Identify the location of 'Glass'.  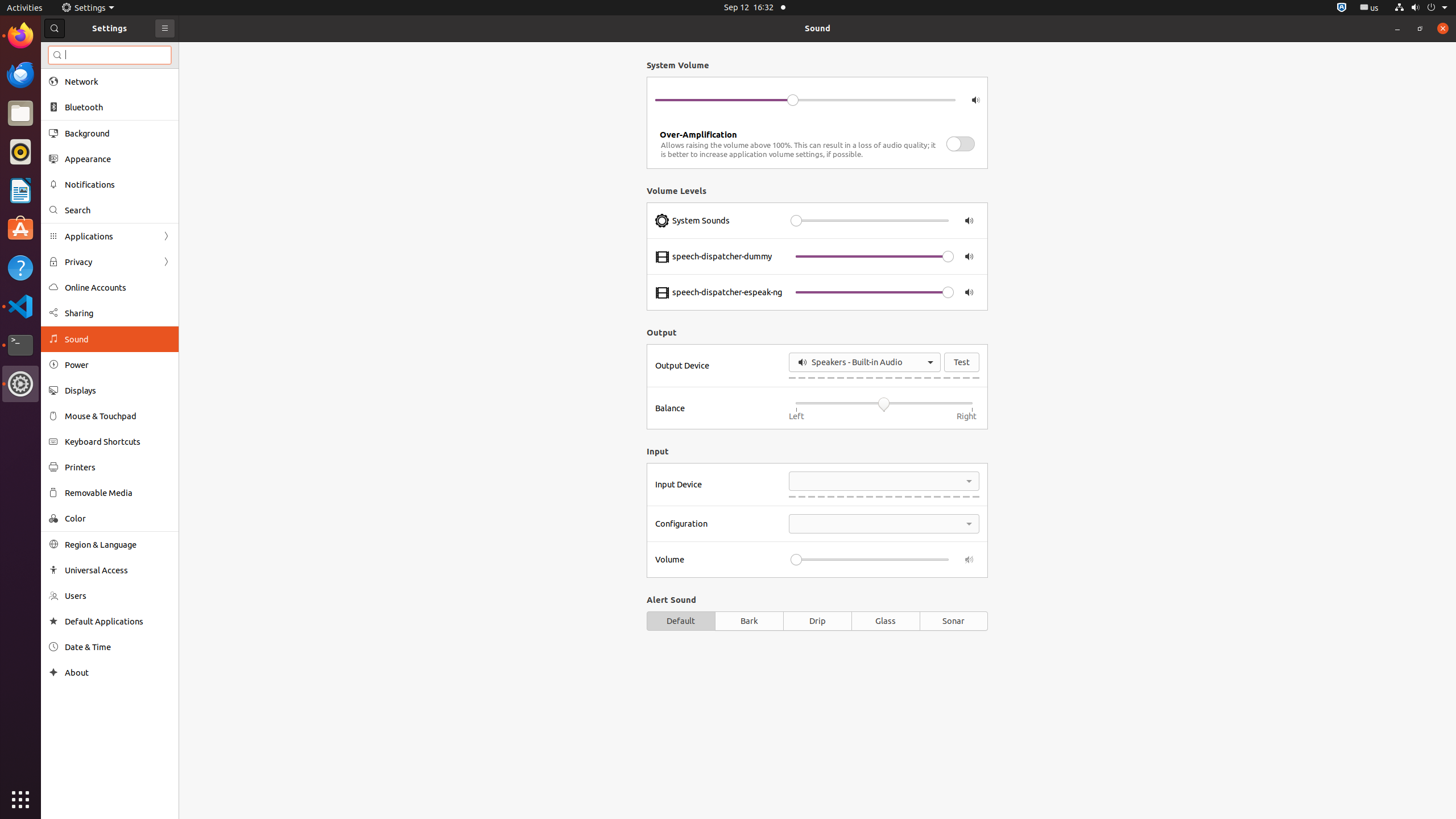
(885, 621).